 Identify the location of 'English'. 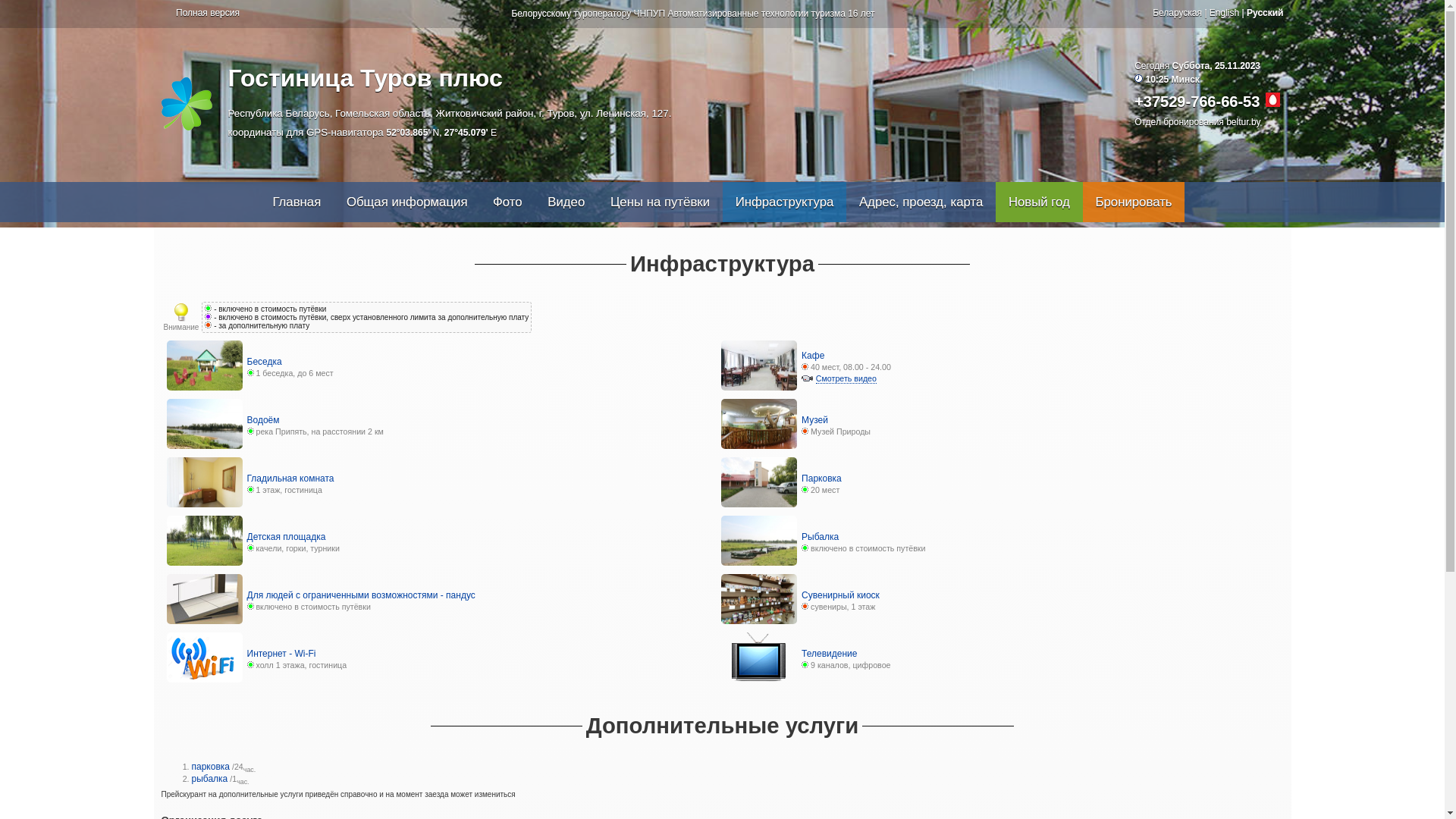
(1224, 12).